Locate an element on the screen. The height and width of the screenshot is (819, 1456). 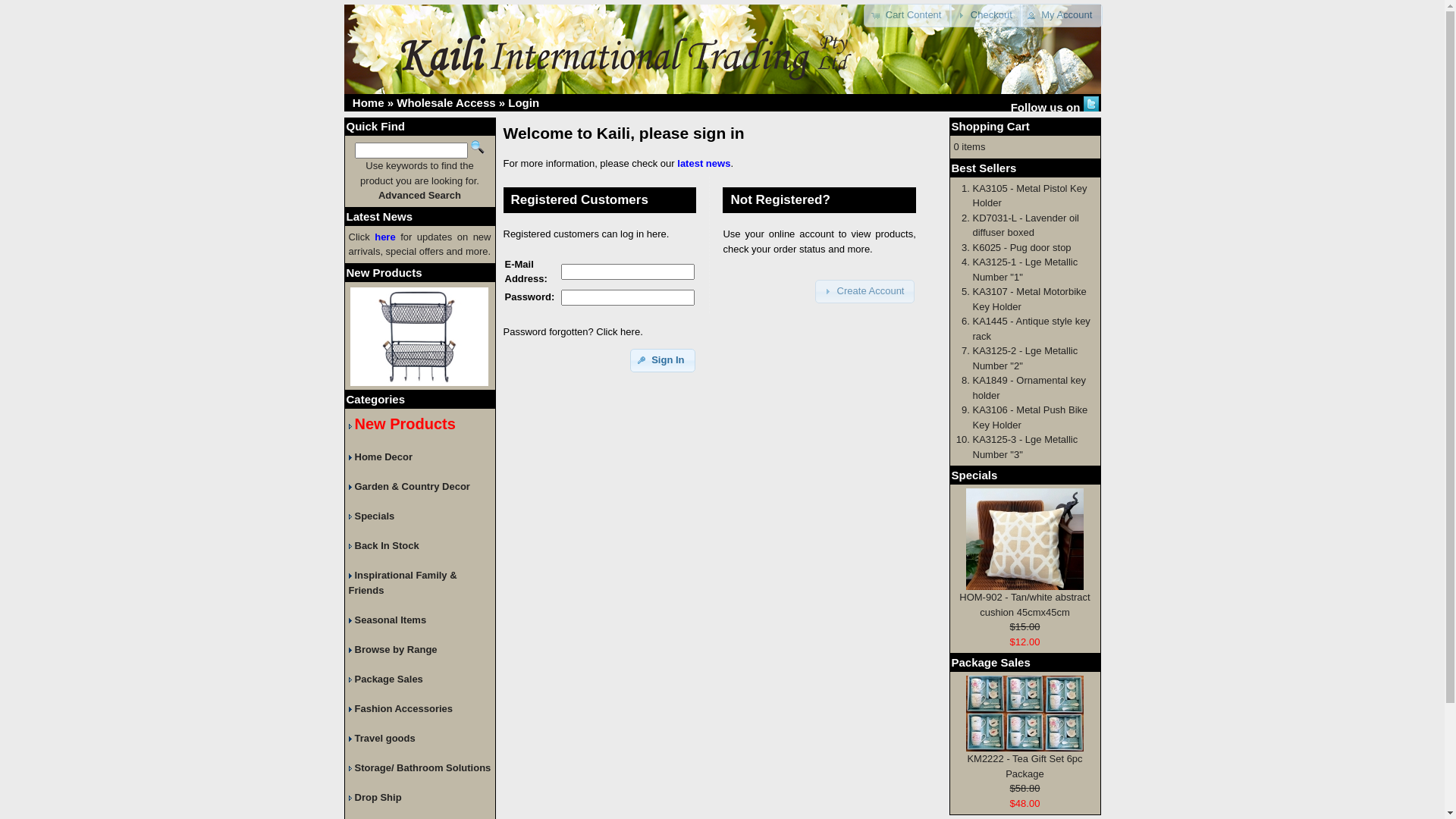
'Travel goods' is located at coordinates (382, 737).